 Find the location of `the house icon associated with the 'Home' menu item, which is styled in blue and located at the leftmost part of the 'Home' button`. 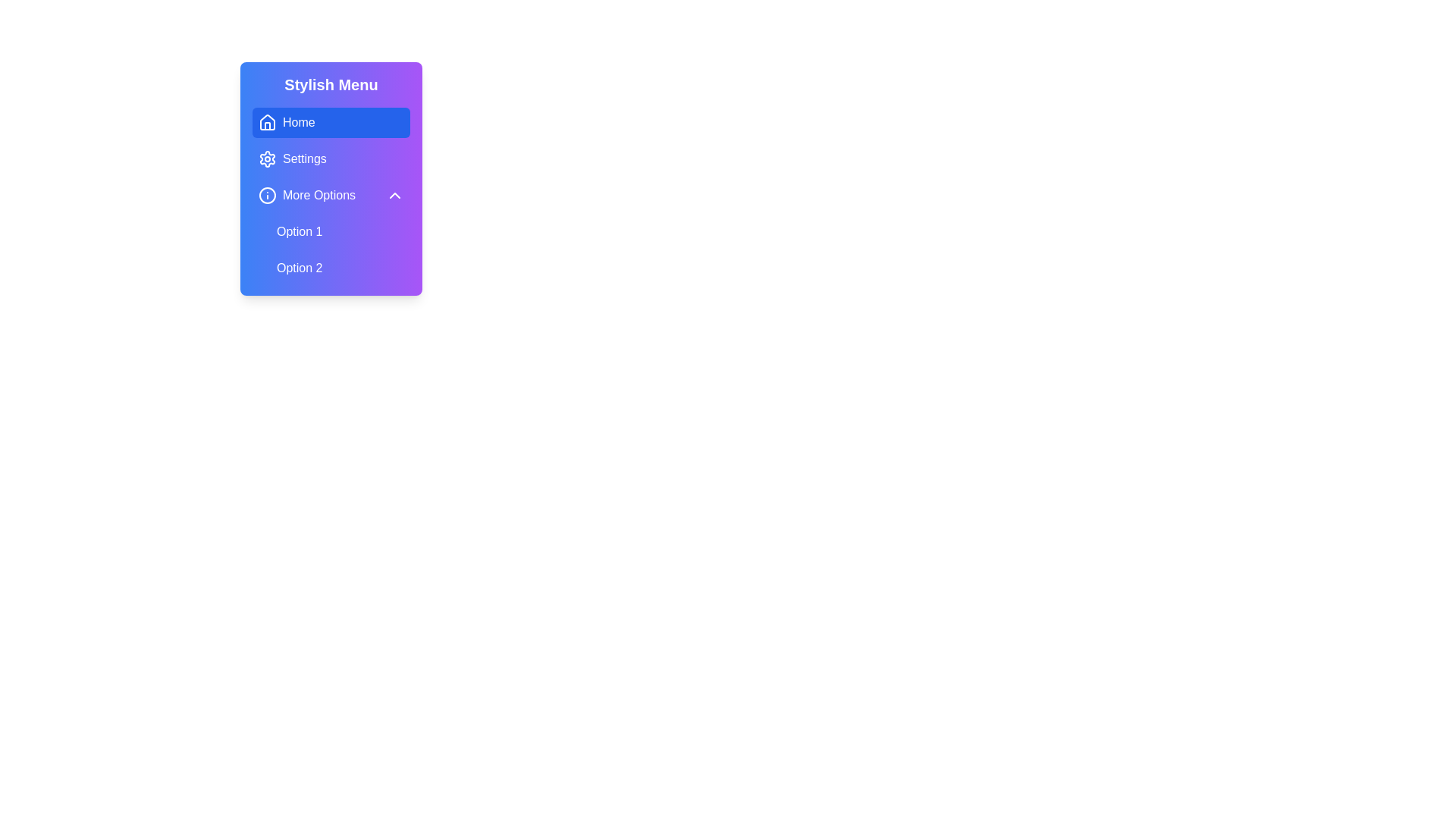

the house icon associated with the 'Home' menu item, which is styled in blue and located at the leftmost part of the 'Home' button is located at coordinates (268, 122).